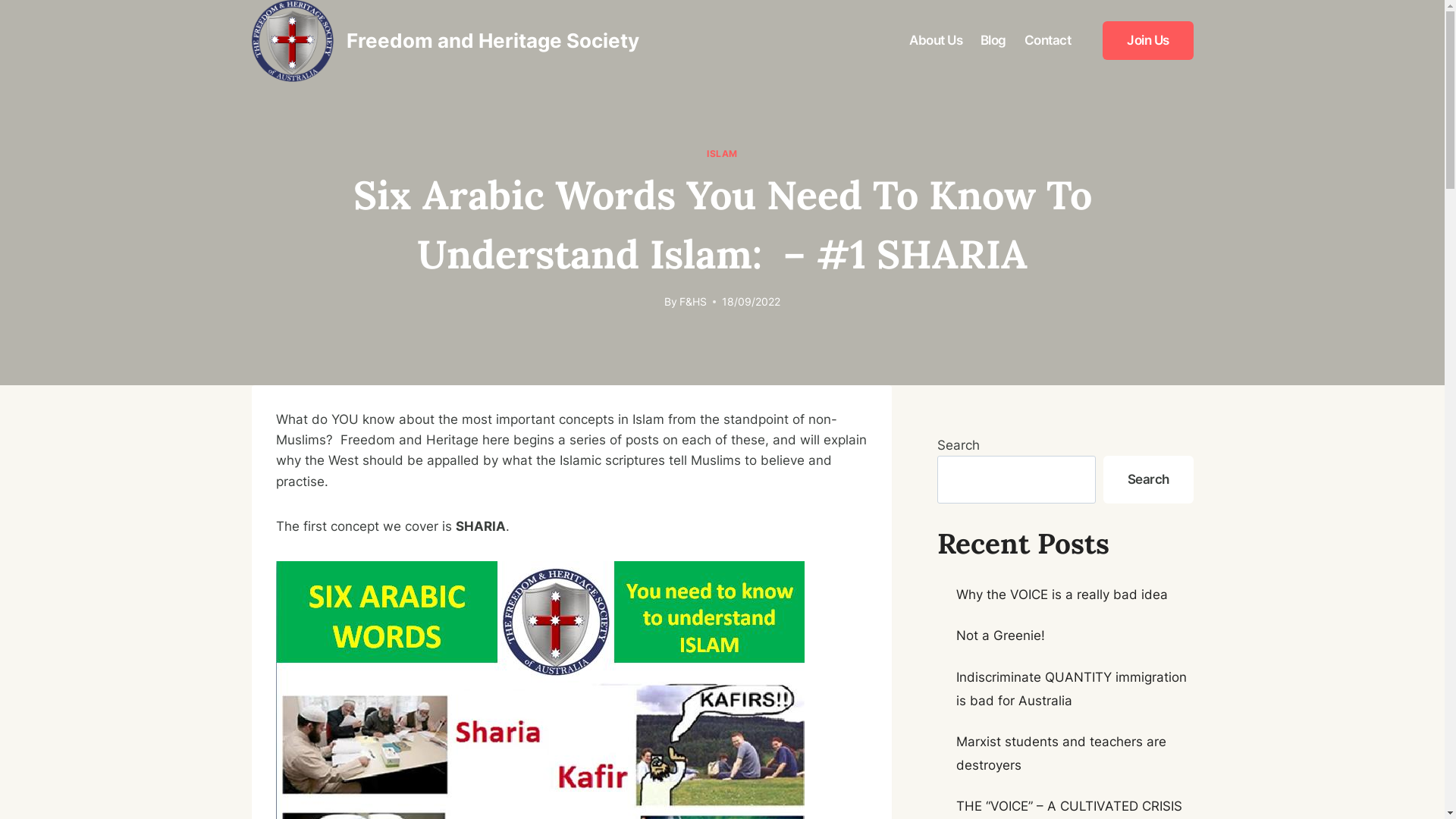 This screenshot has height=819, width=1456. What do you see at coordinates (1060, 753) in the screenshot?
I see `'Marxist students and teachers are destroyers'` at bounding box center [1060, 753].